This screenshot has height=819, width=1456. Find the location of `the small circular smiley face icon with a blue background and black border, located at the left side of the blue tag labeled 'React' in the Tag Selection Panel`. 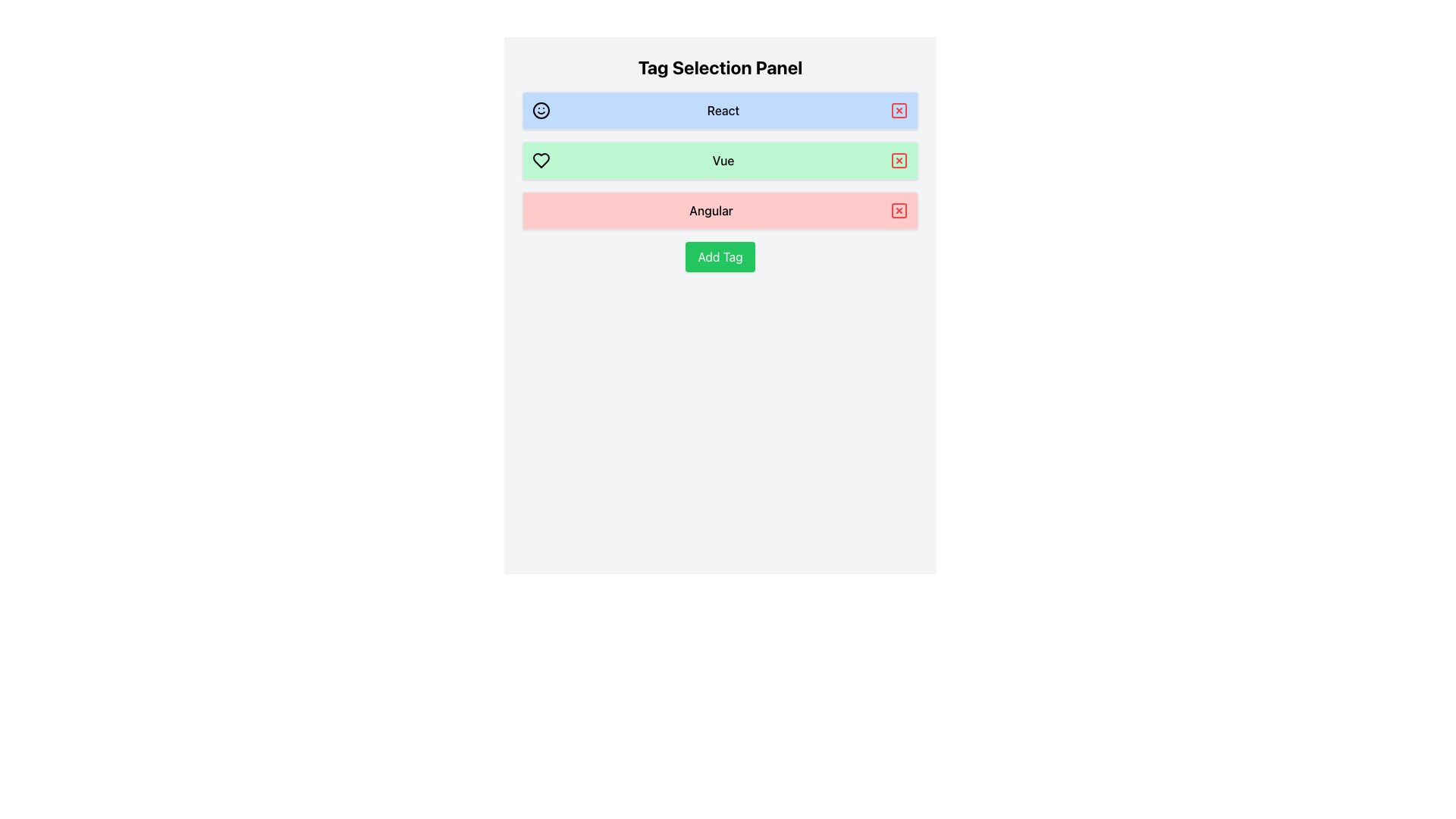

the small circular smiley face icon with a blue background and black border, located at the left side of the blue tag labeled 'React' in the Tag Selection Panel is located at coordinates (541, 110).